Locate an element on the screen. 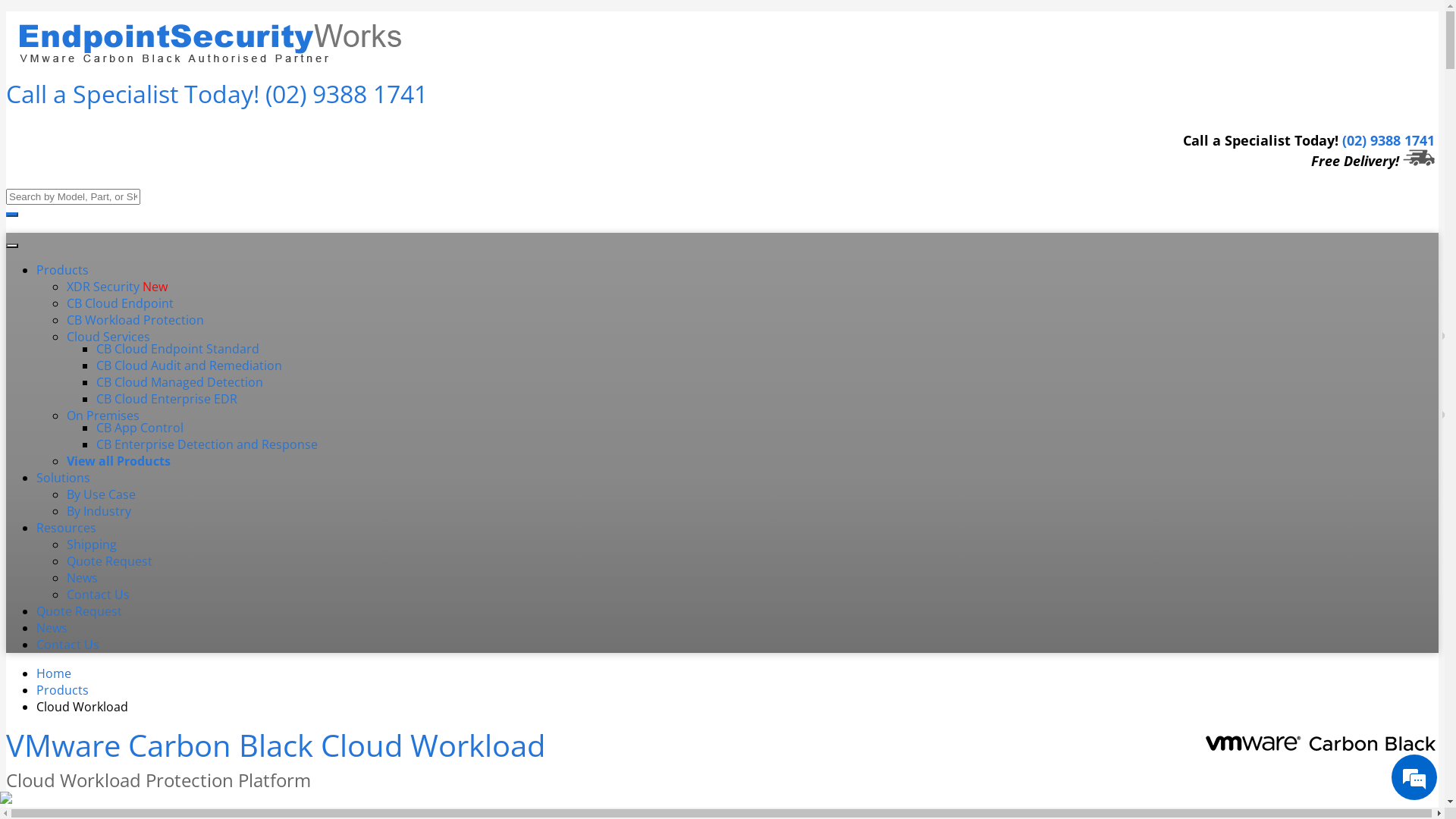 The height and width of the screenshot is (819, 1456). 'CB Cloud Endpoint Standard' is located at coordinates (177, 348).